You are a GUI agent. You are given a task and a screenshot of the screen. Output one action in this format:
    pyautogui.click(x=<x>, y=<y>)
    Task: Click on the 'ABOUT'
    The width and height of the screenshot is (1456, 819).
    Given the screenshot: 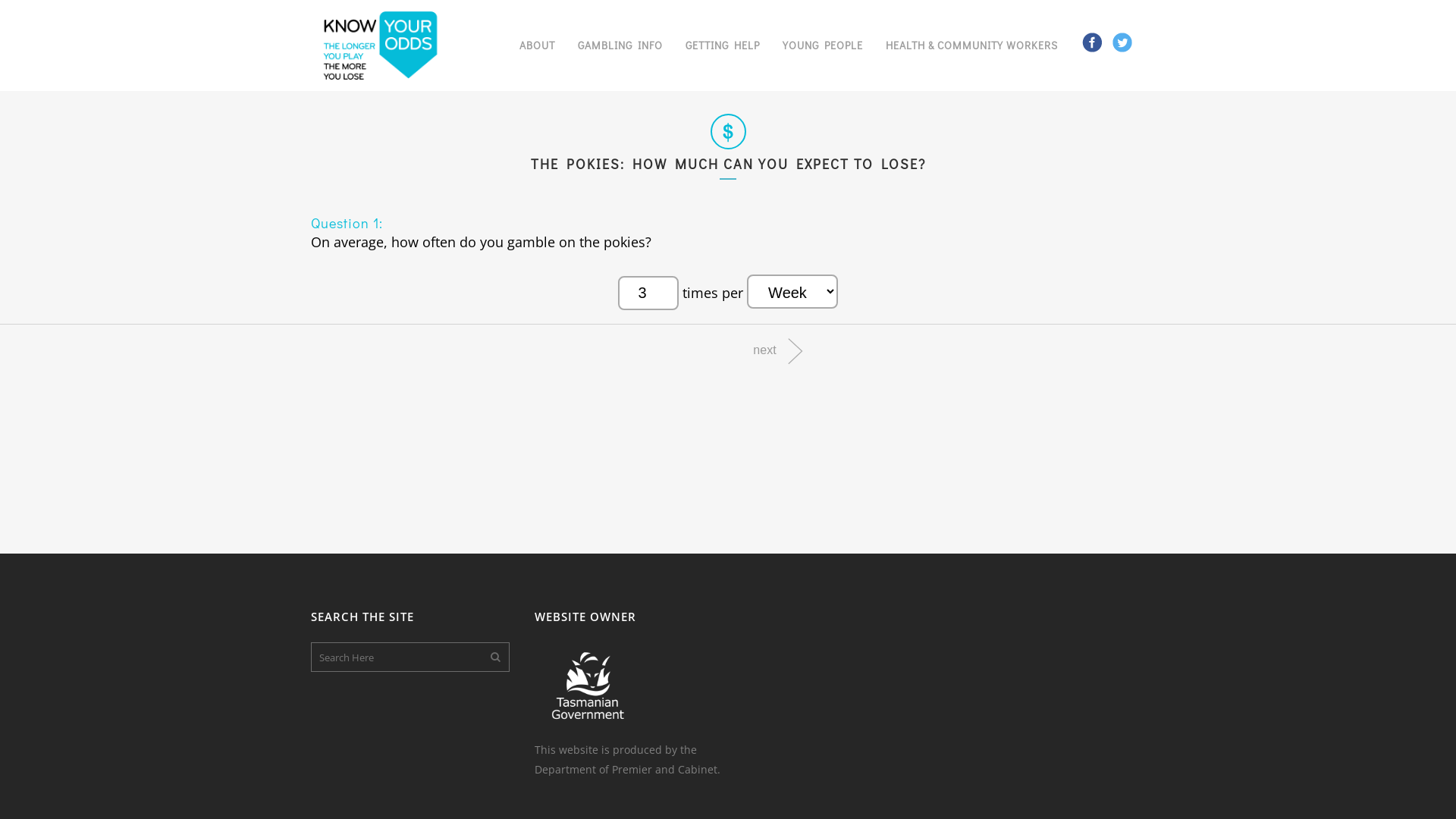 What is the action you would take?
    pyautogui.click(x=537, y=45)
    